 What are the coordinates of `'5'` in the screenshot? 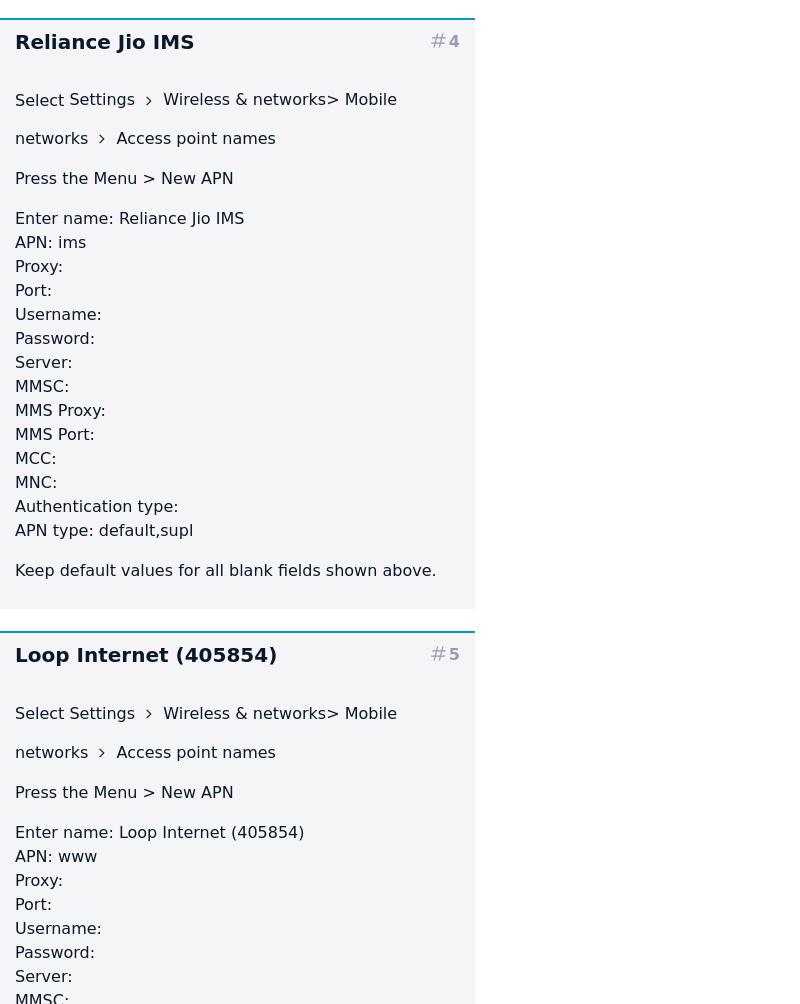 It's located at (453, 652).